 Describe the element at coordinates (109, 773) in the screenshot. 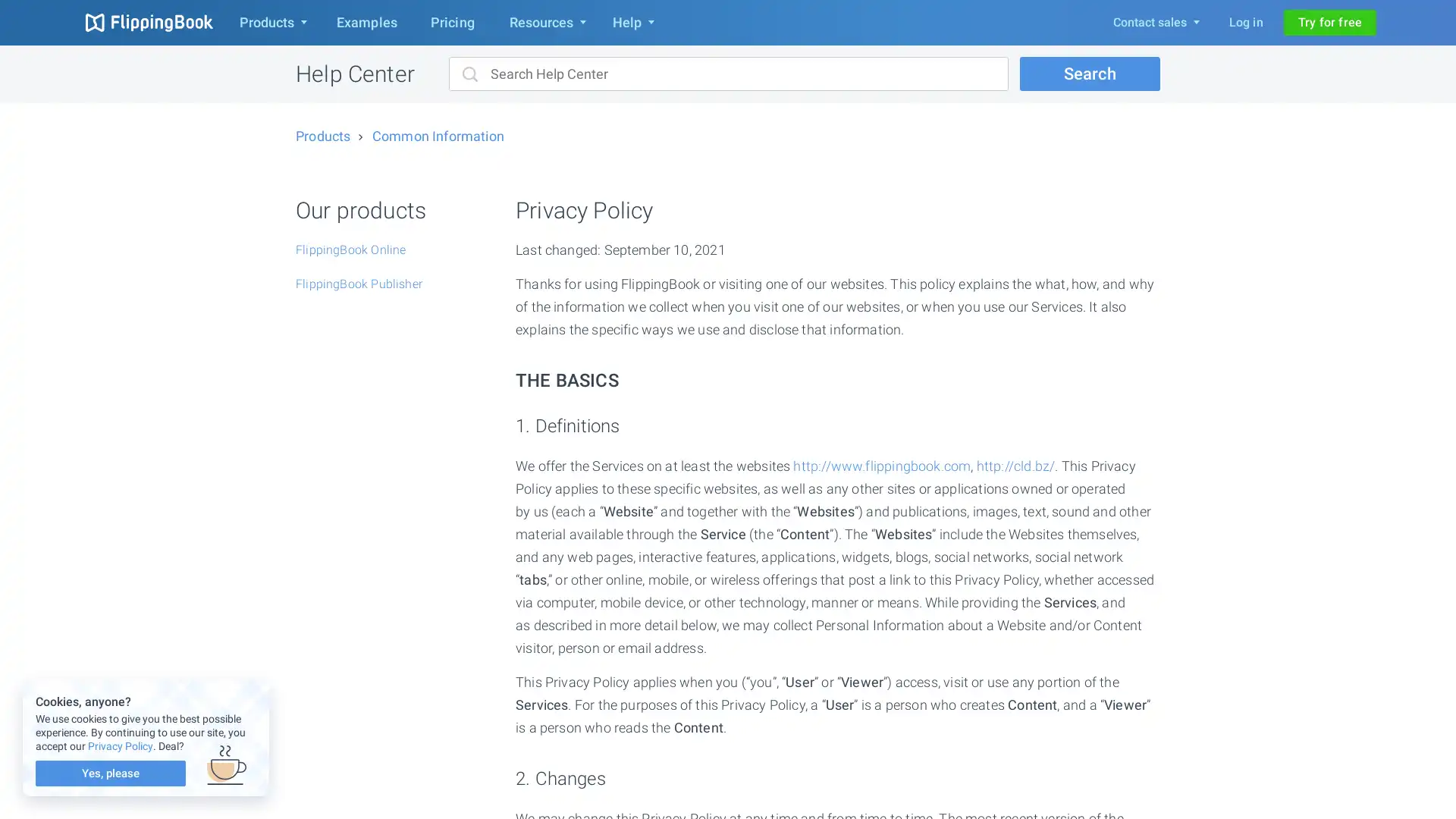

I see `Yes, please` at that location.